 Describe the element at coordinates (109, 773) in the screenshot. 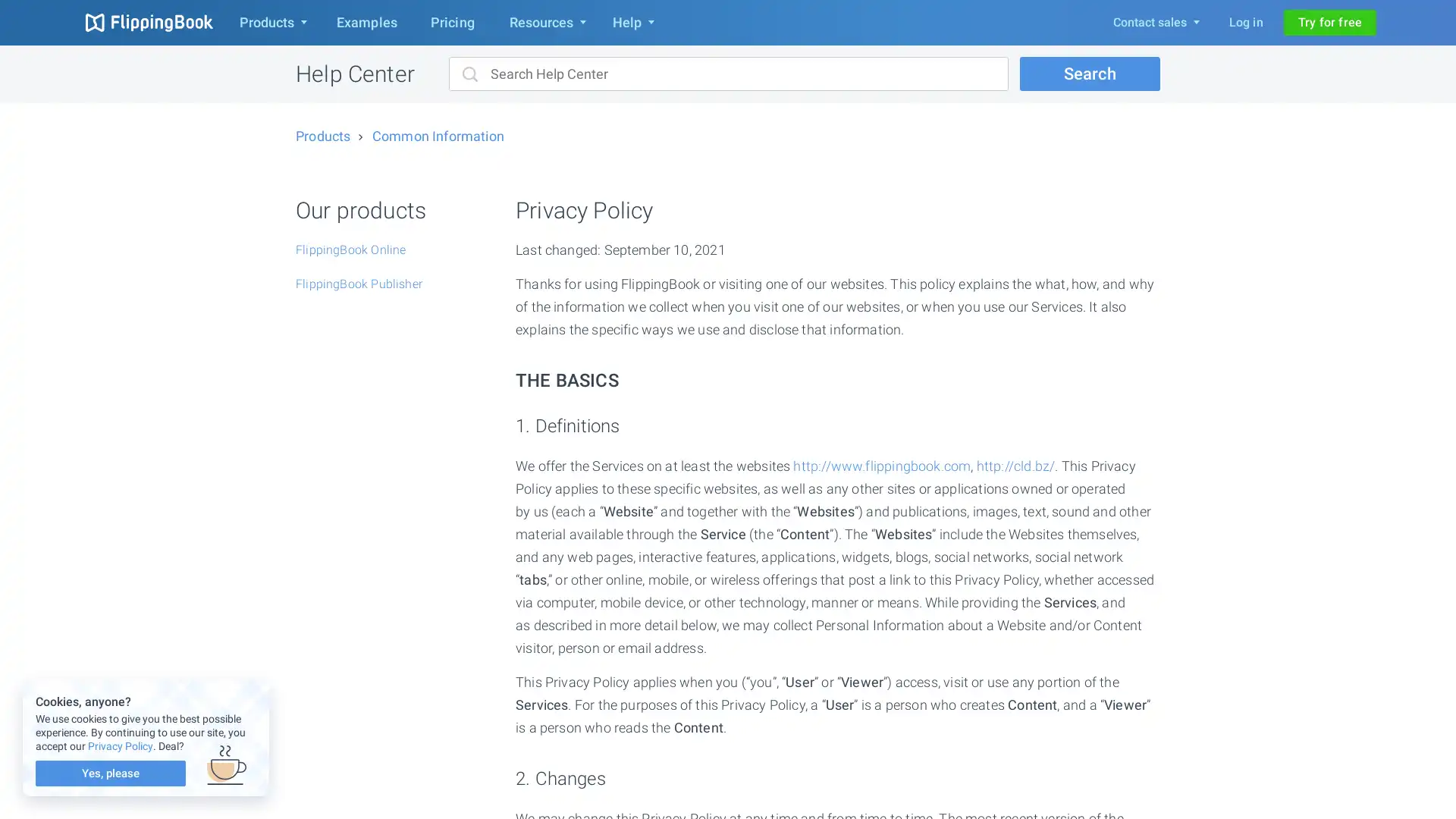

I see `Yes, please` at that location.